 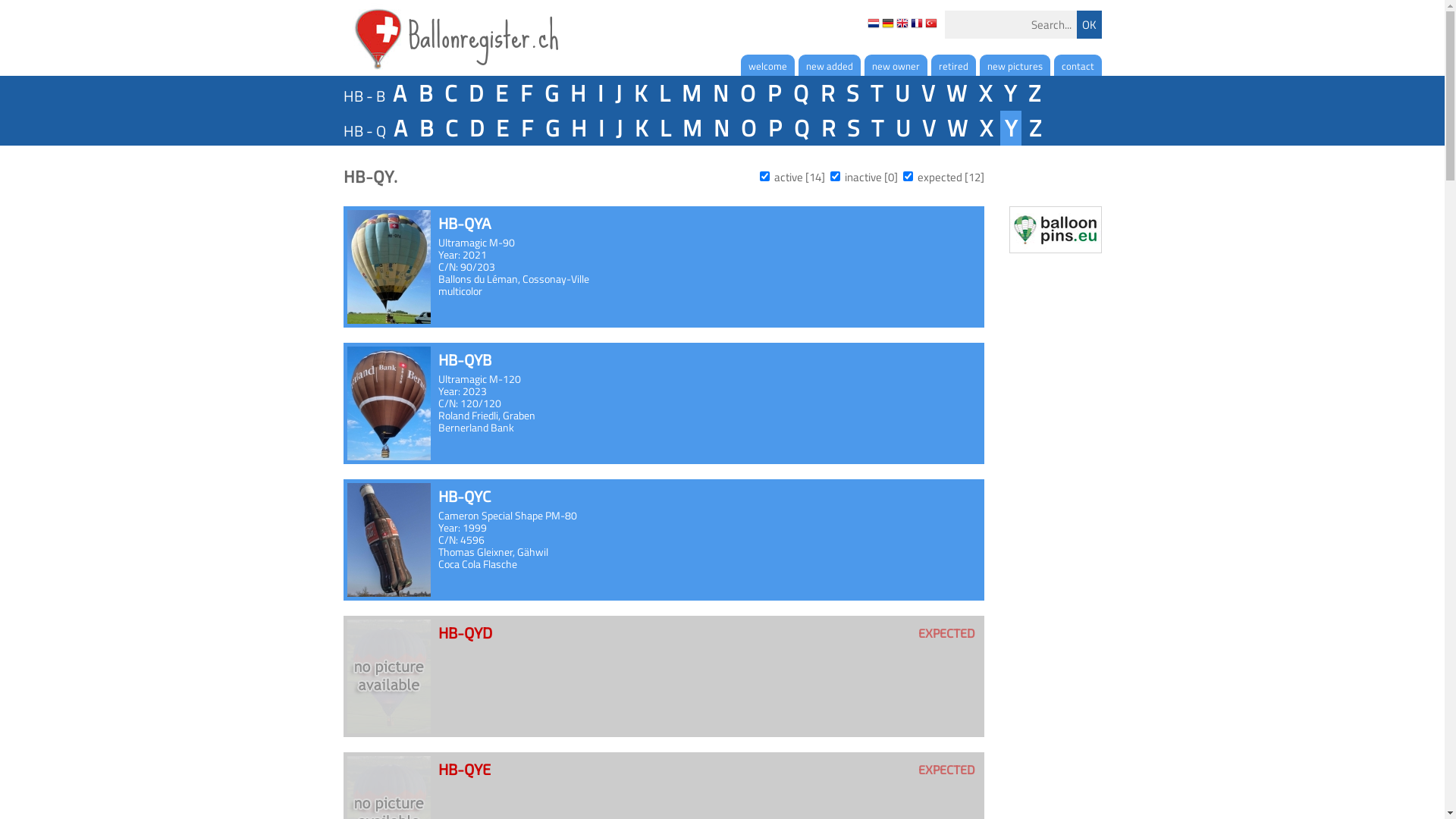 I want to click on 'J', so click(x=617, y=93).